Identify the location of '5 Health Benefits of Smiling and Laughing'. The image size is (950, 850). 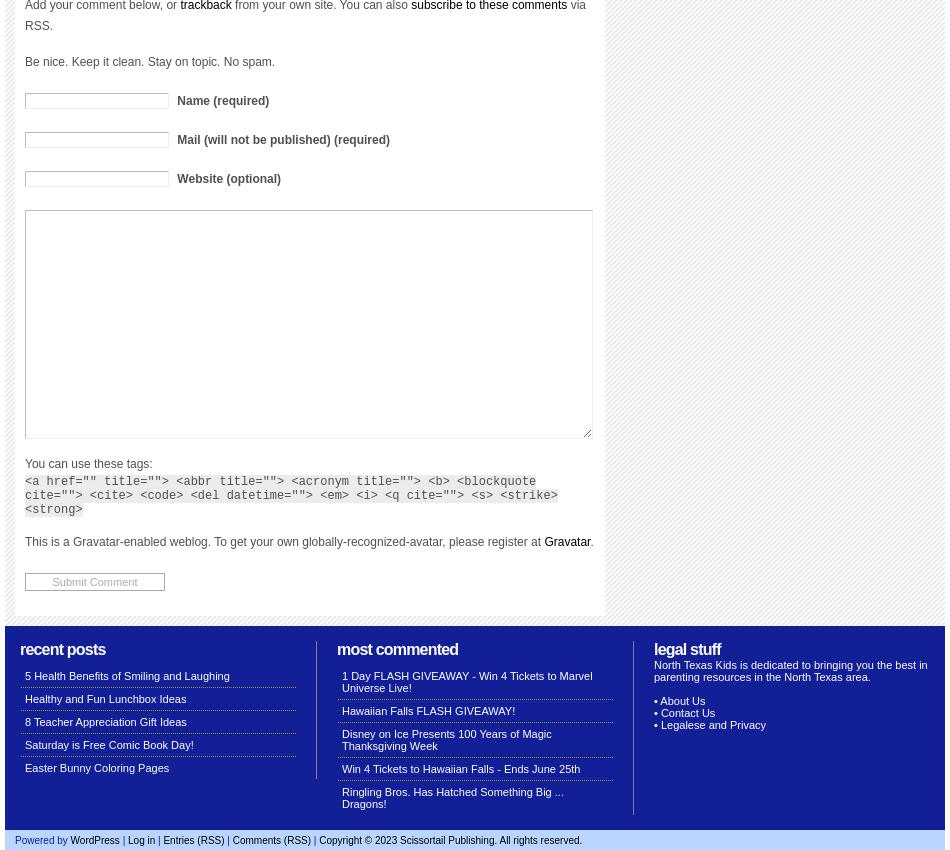
(127, 676).